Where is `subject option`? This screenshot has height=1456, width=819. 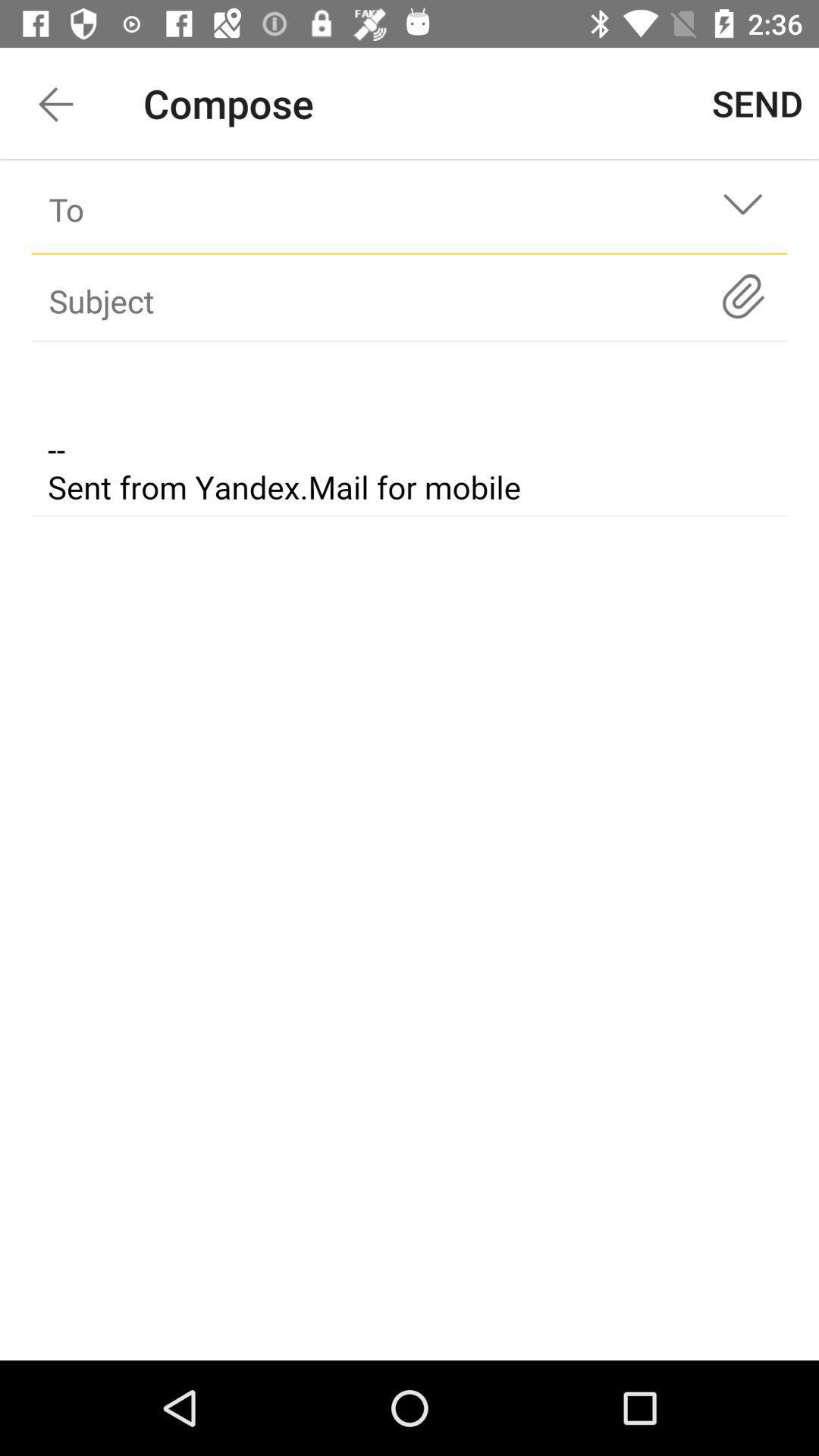 subject option is located at coordinates (381, 300).